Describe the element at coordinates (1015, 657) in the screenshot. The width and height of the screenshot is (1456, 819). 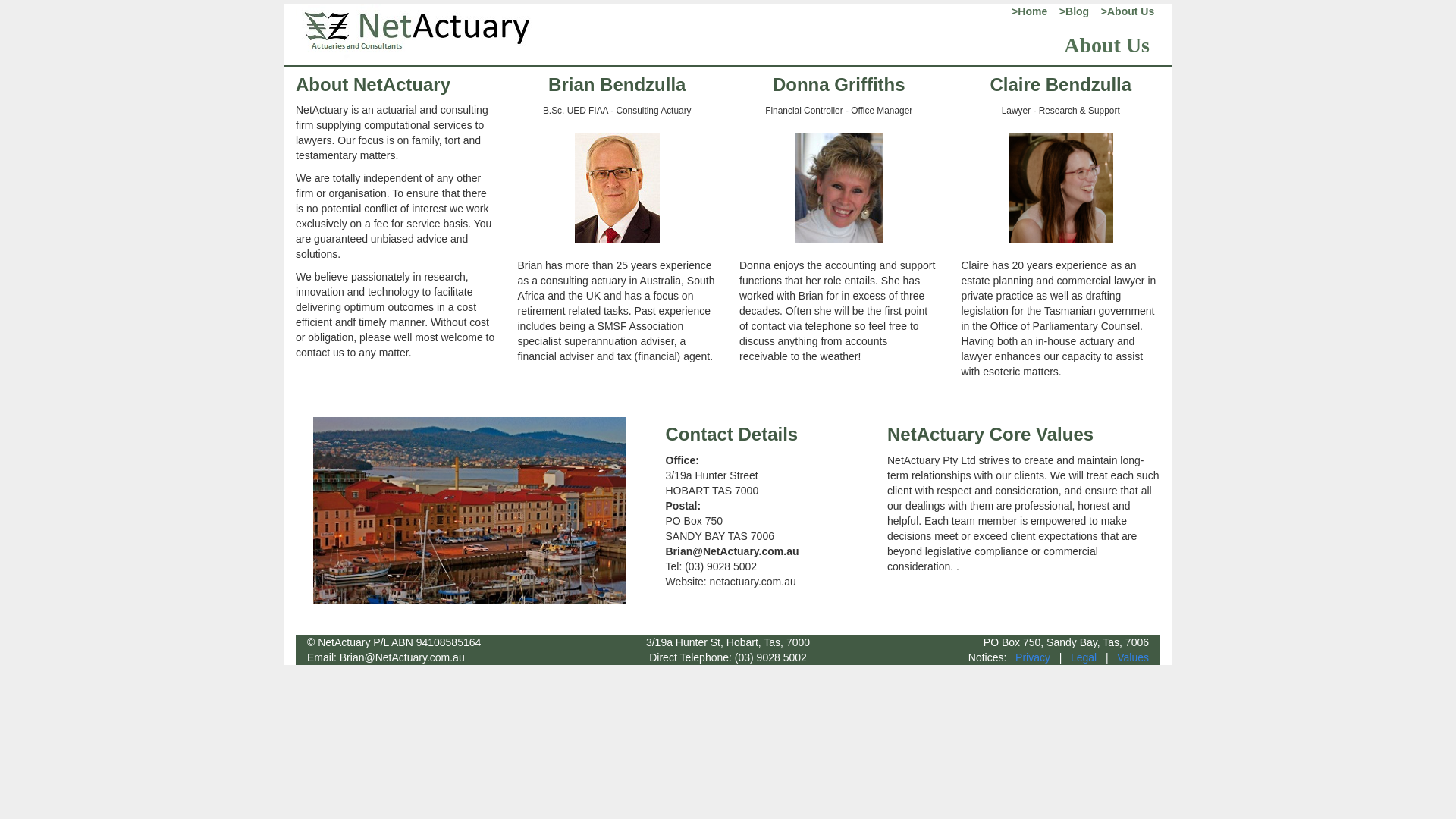
I see `'Privacy'` at that location.